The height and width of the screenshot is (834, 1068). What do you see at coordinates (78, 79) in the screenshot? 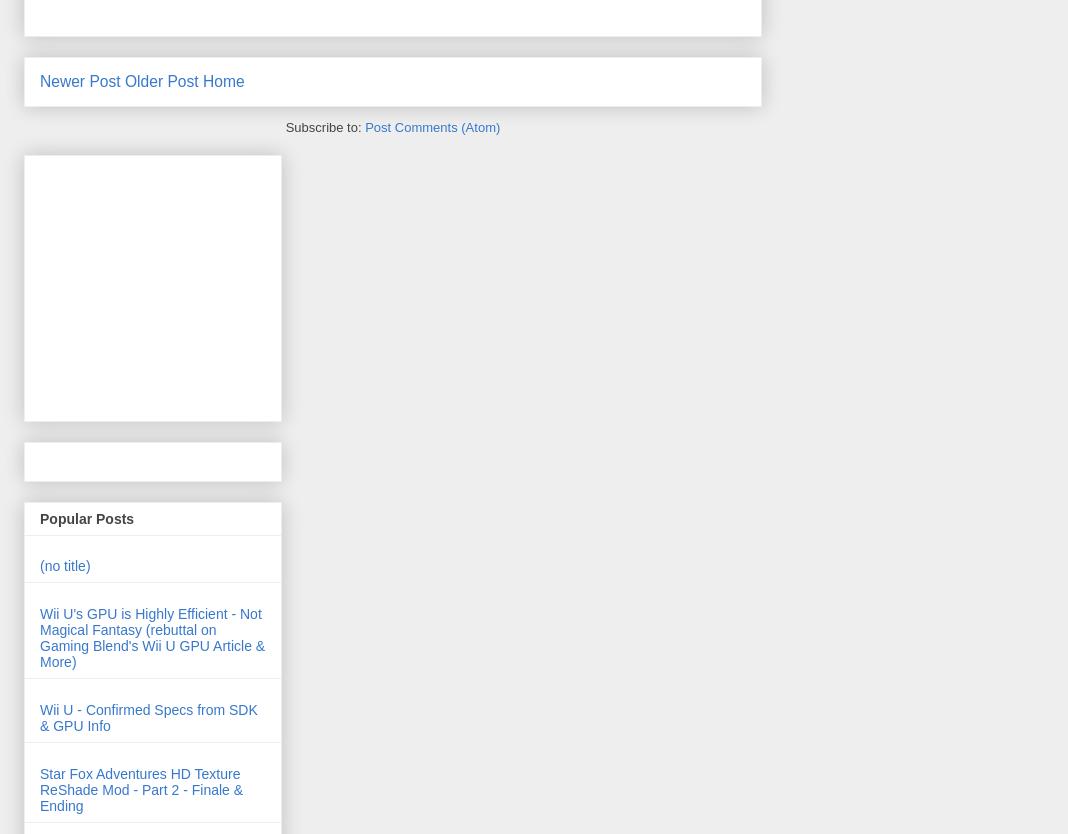
I see `'Newer Post'` at bounding box center [78, 79].